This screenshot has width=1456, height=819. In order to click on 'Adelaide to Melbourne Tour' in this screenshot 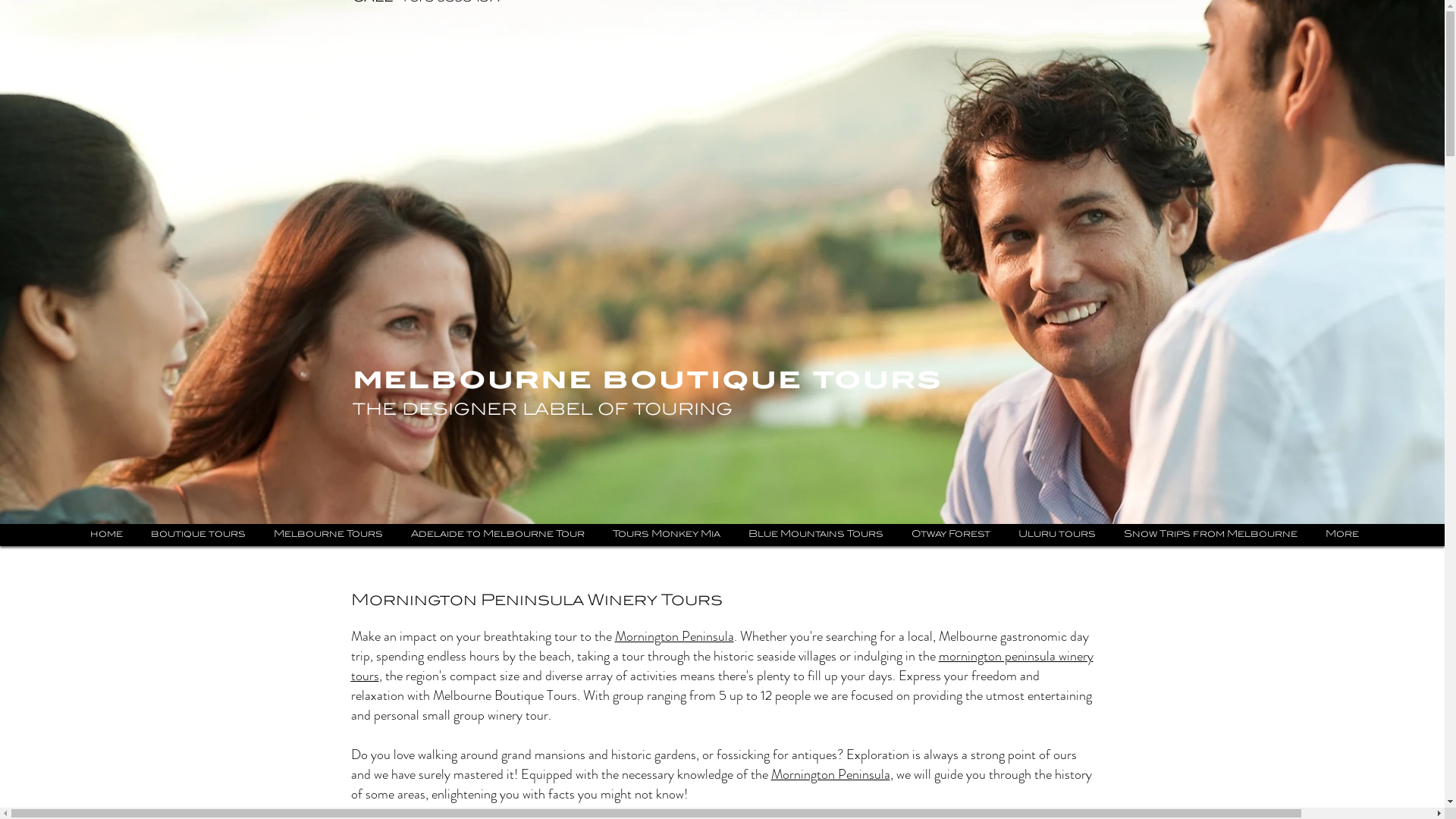, I will do `click(399, 534)`.